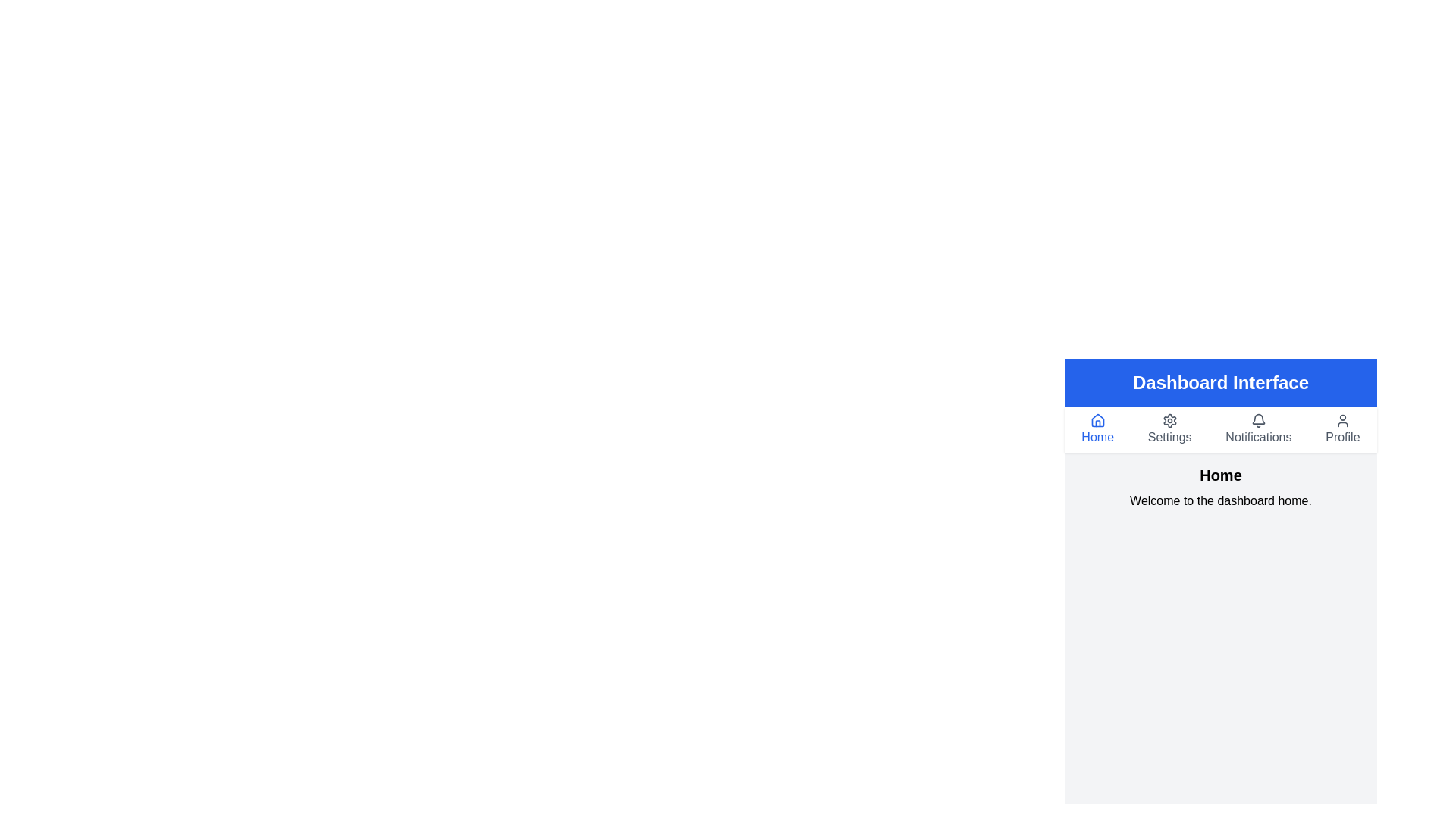 This screenshot has width=1456, height=819. What do you see at coordinates (1258, 430) in the screenshot?
I see `the 'Notifications' button in the navigation bar` at bounding box center [1258, 430].